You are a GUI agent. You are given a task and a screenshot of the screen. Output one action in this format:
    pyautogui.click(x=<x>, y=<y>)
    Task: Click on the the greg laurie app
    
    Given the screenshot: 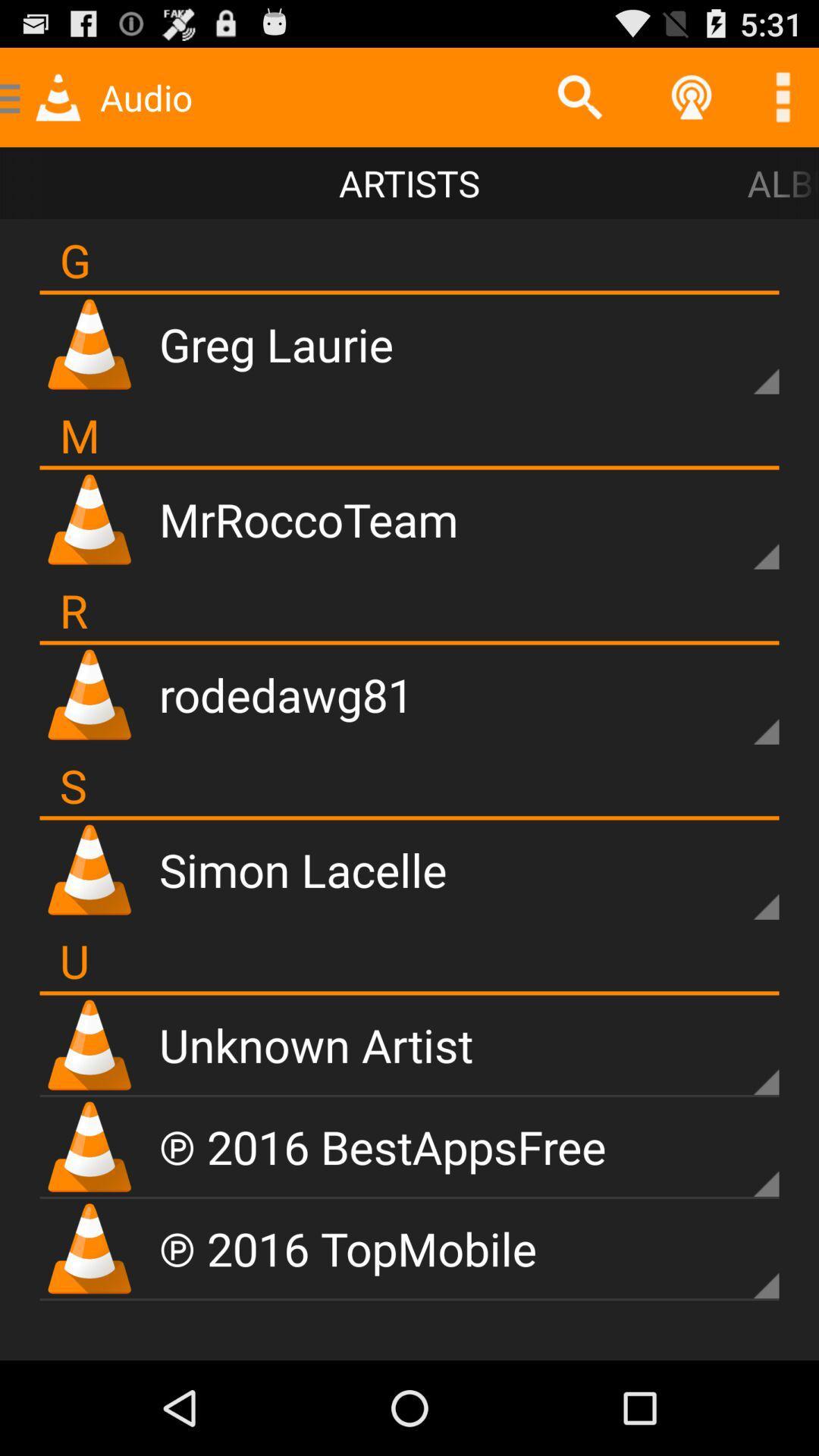 What is the action you would take?
    pyautogui.click(x=276, y=343)
    